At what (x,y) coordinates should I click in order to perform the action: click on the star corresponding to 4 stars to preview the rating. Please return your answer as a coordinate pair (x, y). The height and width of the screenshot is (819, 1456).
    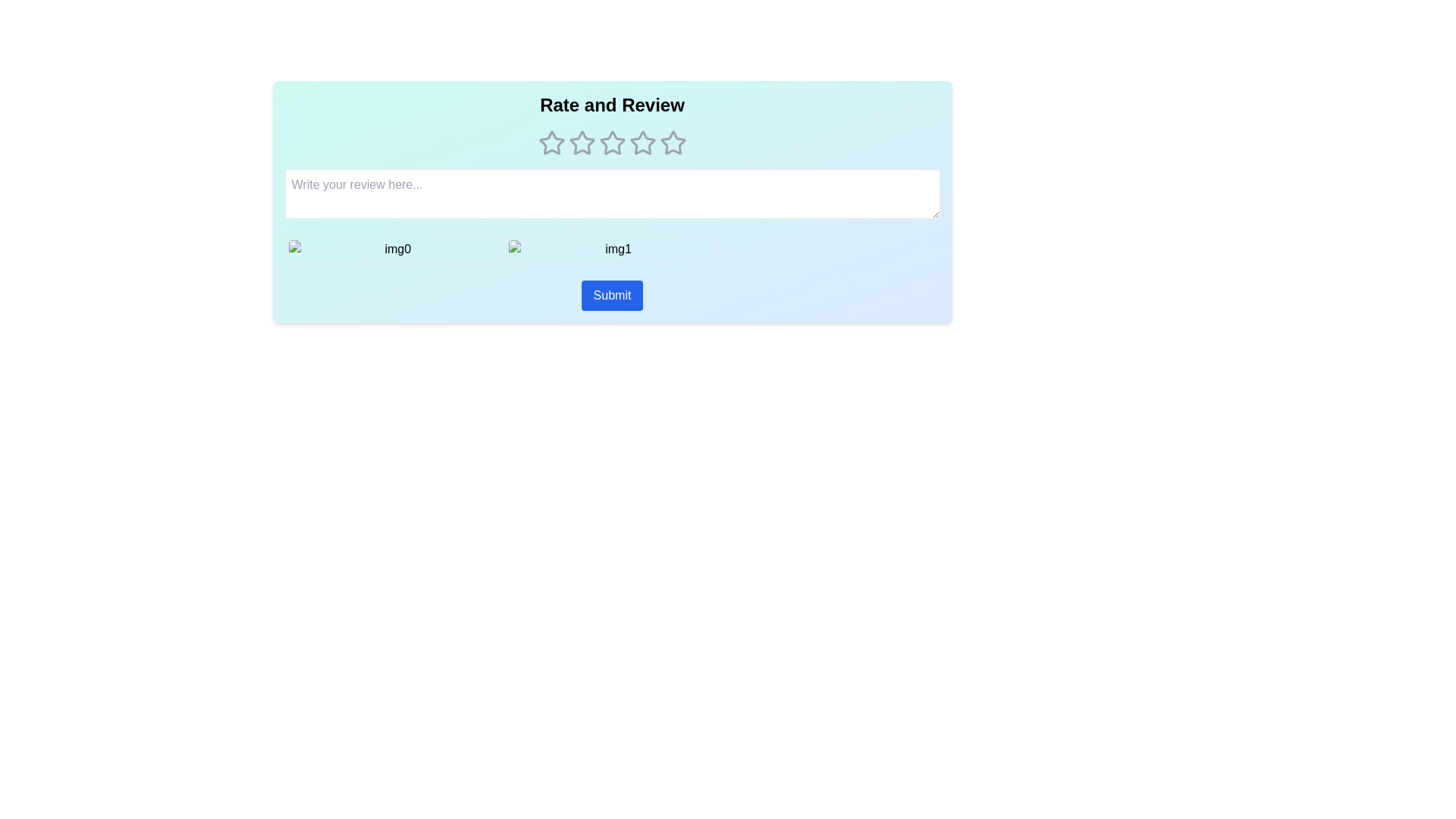
    Looking at the image, I should click on (642, 143).